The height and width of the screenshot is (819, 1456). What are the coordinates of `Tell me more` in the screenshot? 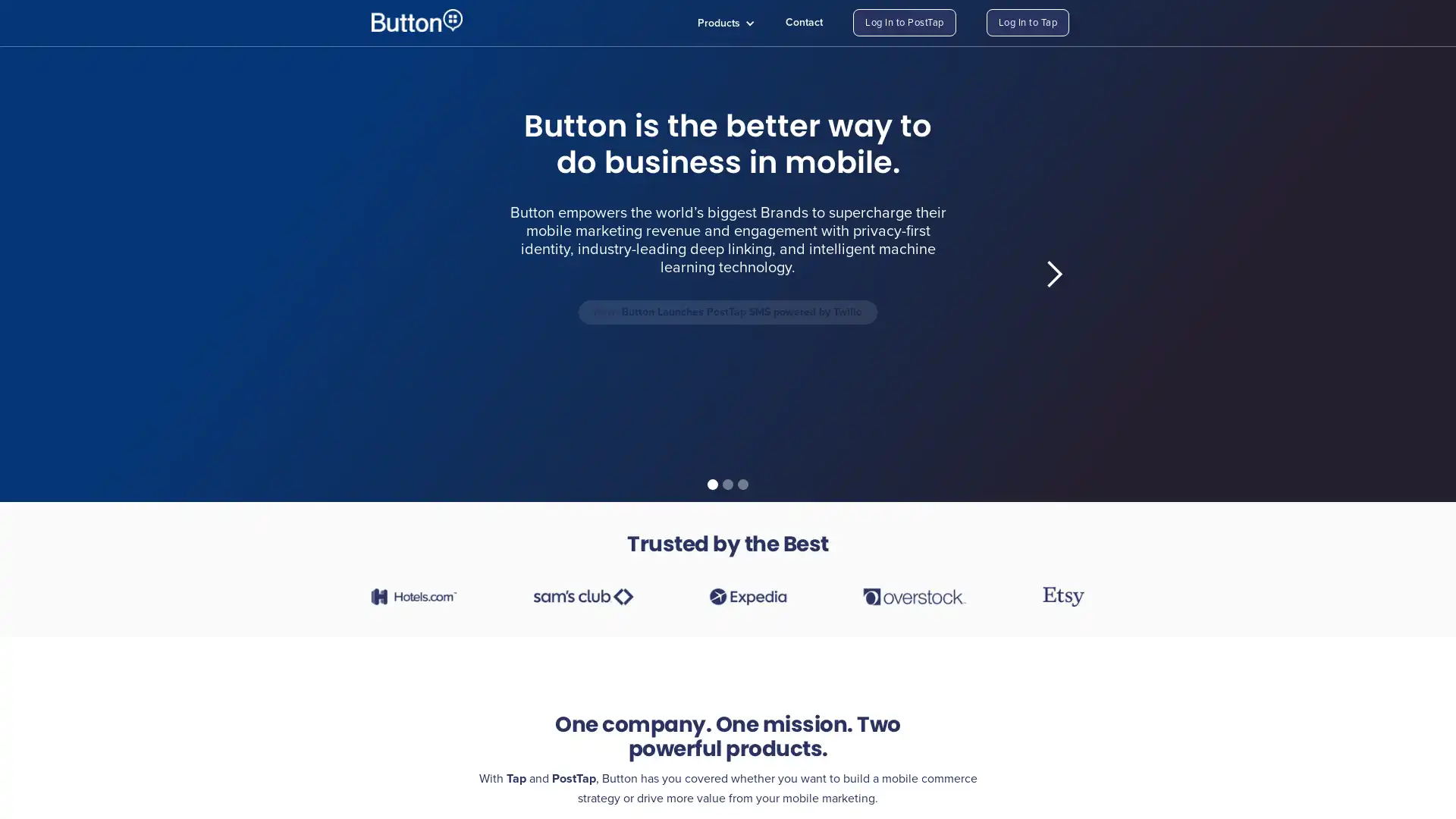 It's located at (559, 385).